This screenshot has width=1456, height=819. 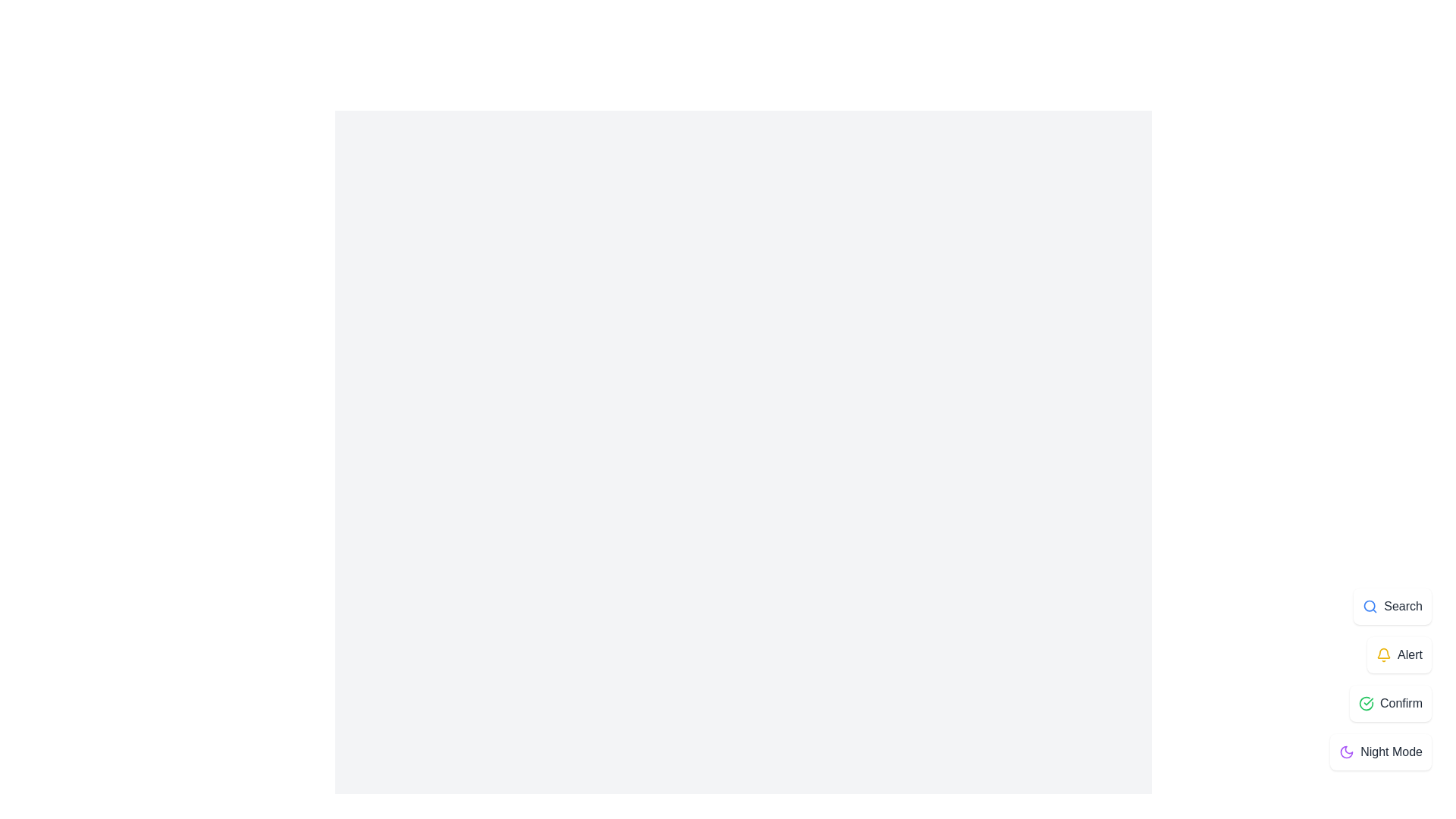 What do you see at coordinates (1381, 752) in the screenshot?
I see `the 'Night Mode' option` at bounding box center [1381, 752].